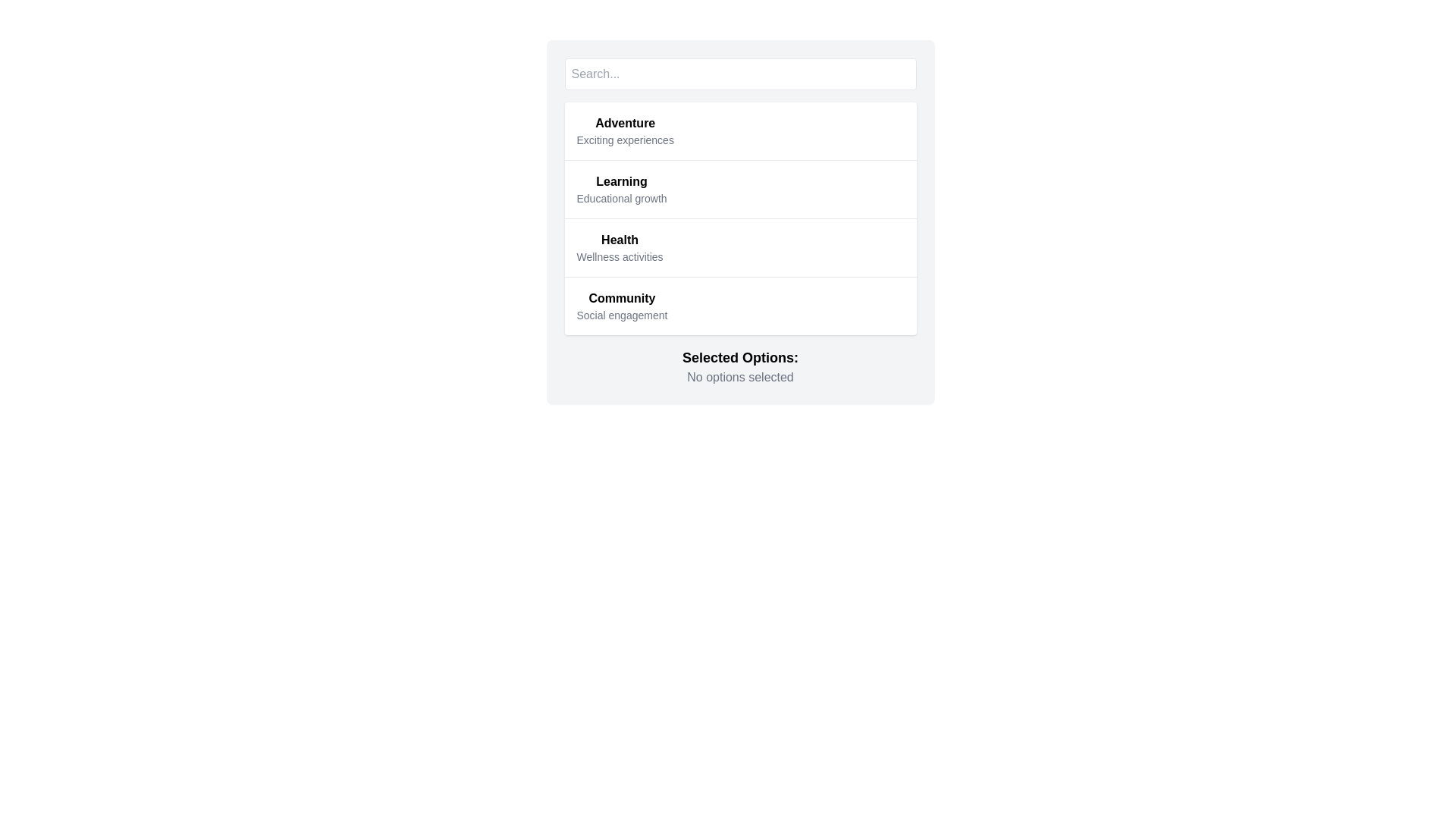 This screenshot has width=1456, height=819. I want to click on the second selectable item in the menu under the search bar, so click(740, 188).